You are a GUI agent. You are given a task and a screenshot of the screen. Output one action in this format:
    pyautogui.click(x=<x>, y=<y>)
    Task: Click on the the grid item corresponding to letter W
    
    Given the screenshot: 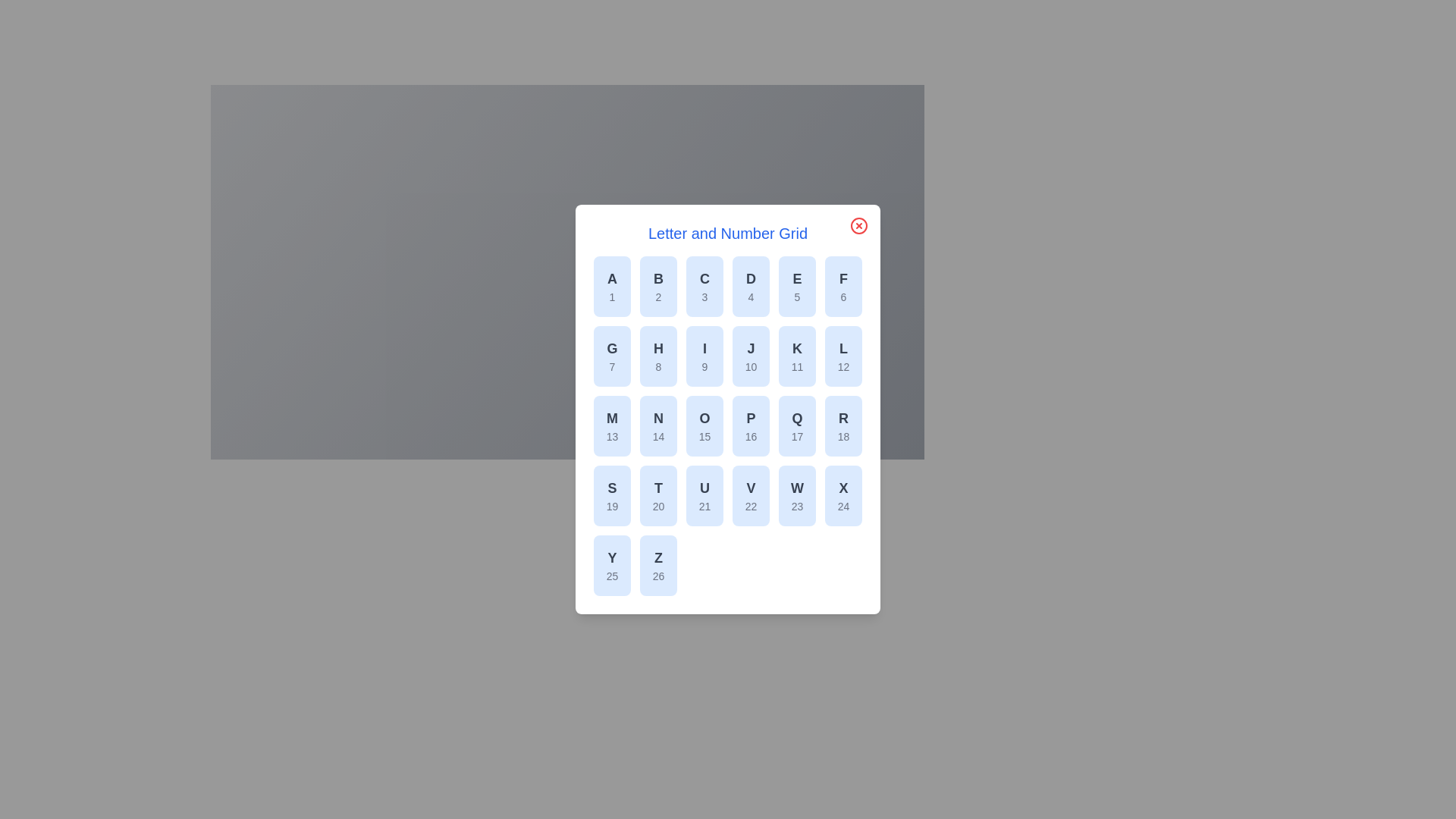 What is the action you would take?
    pyautogui.click(x=796, y=496)
    